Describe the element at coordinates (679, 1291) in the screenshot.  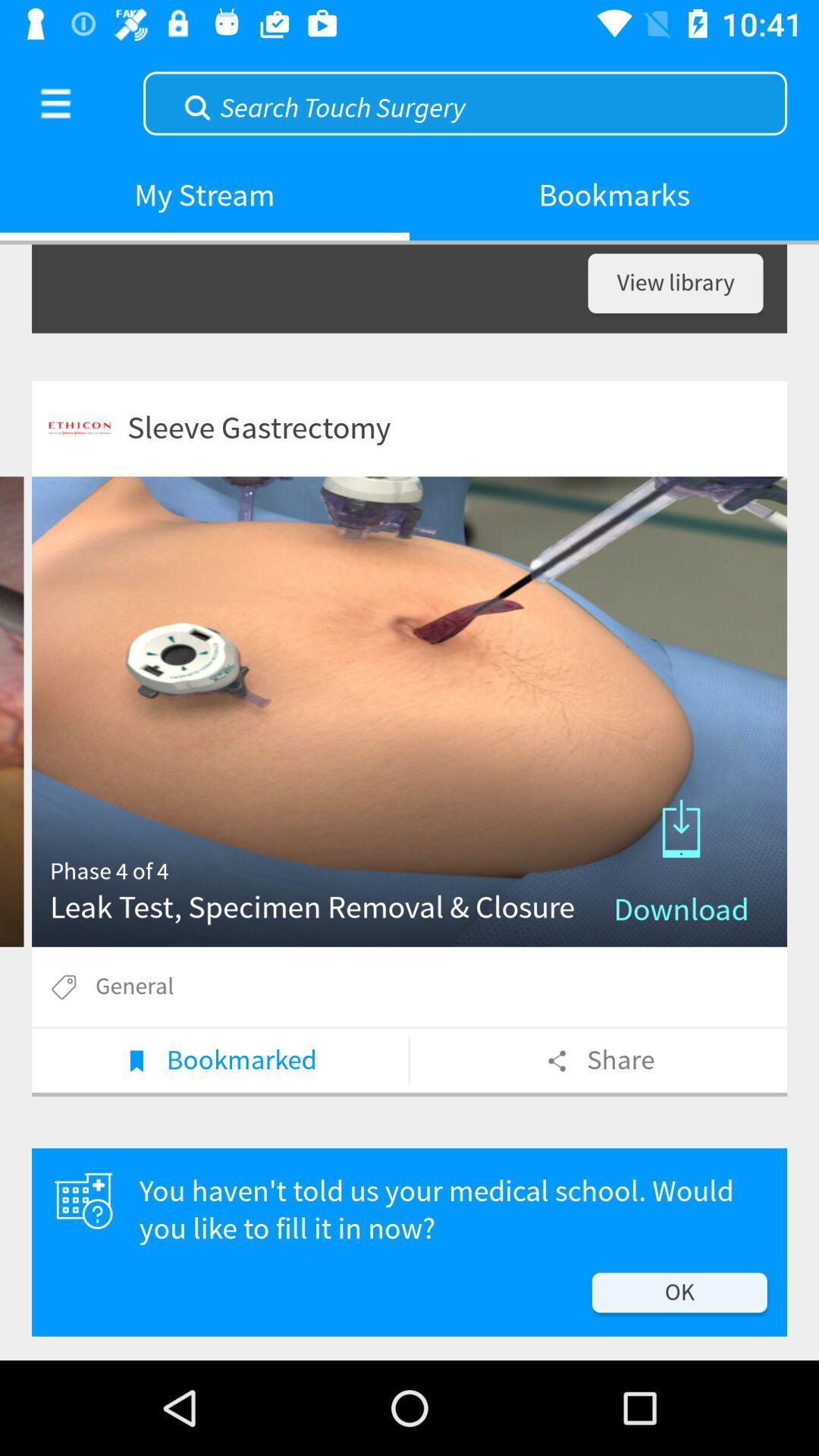
I see `the ok icon` at that location.